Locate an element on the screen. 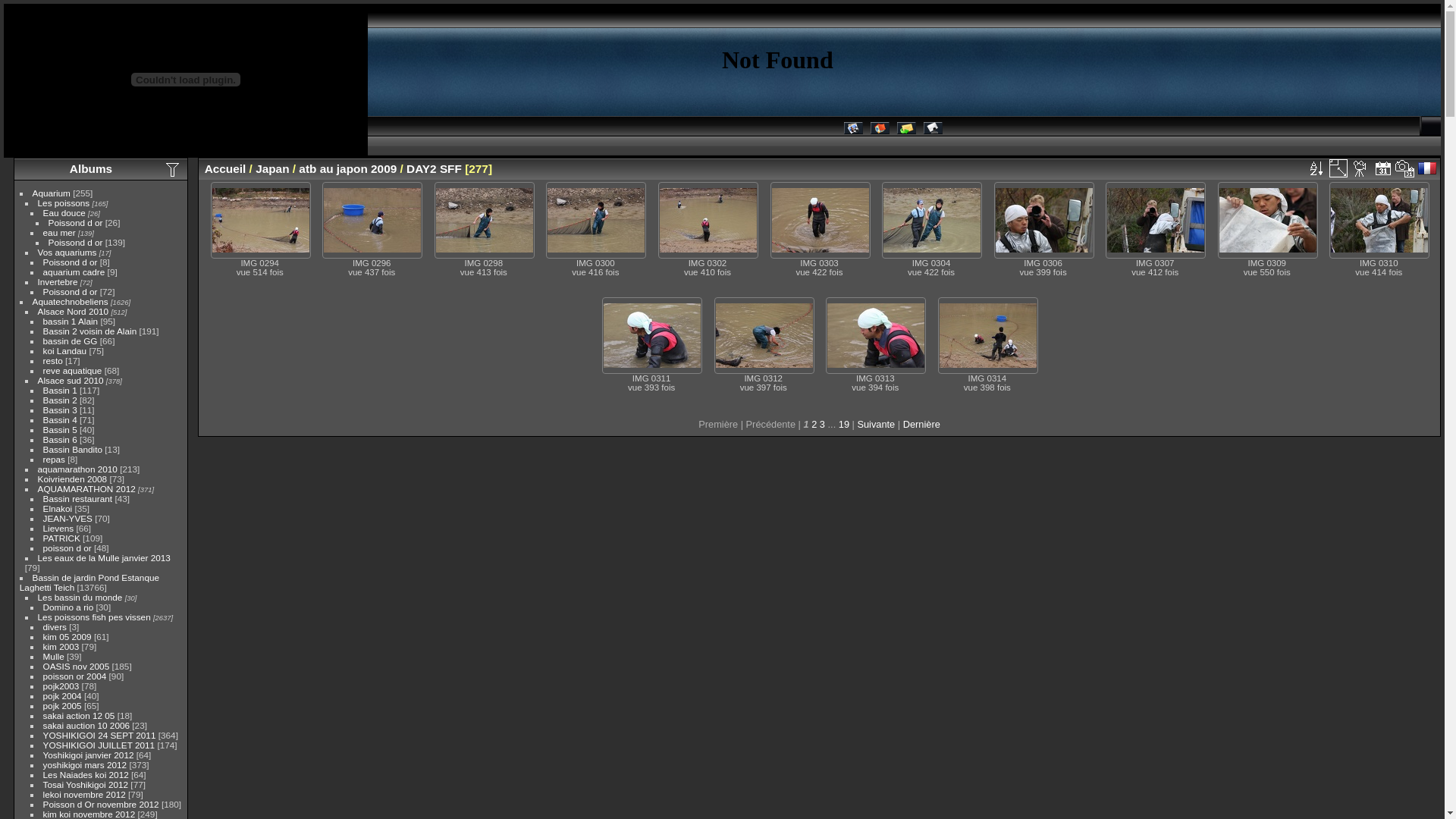 This screenshot has width=1456, height=819. 'Album Membres ATB' is located at coordinates (852, 130).